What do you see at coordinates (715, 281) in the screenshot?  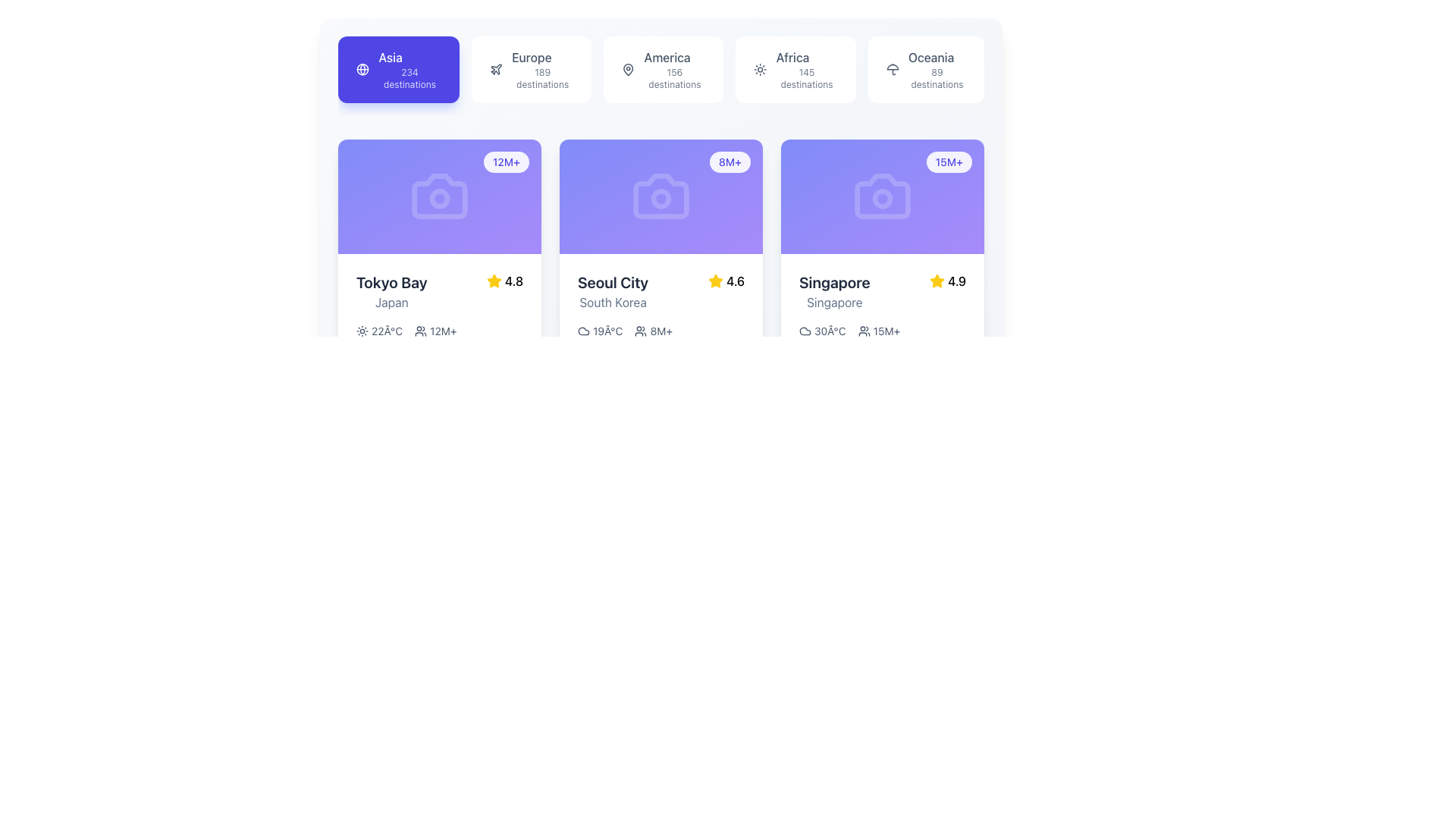 I see `the yellow star icon representing a rating or favorite indicator, located to the left of the numerical value '4.6' in the second card of destination cards` at bounding box center [715, 281].